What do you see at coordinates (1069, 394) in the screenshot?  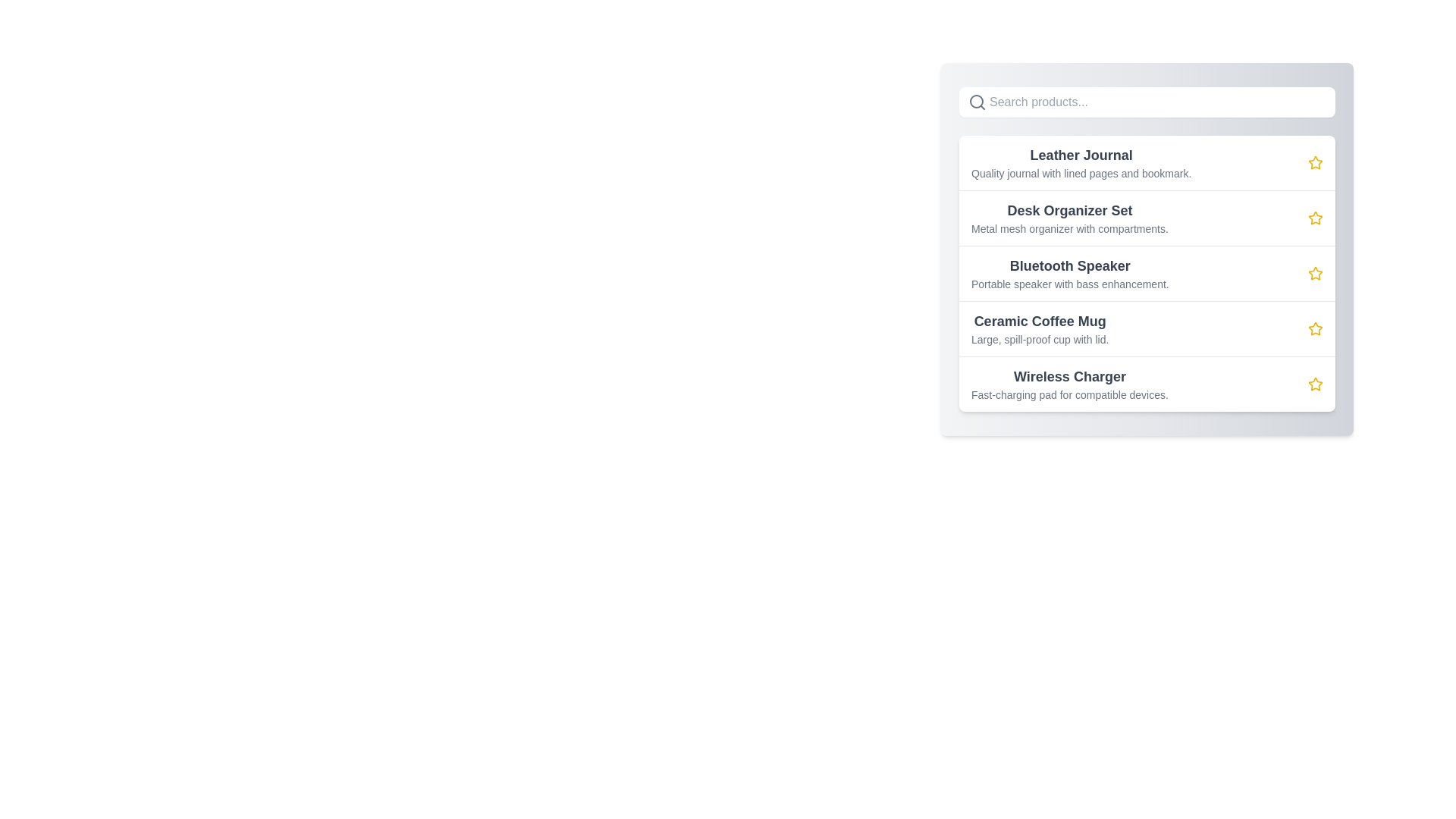 I see `the text label providing a brief description of the 'Wireless Charger' item, which details its fast-charging capability for compatible devices, located directly below the title in the item list` at bounding box center [1069, 394].